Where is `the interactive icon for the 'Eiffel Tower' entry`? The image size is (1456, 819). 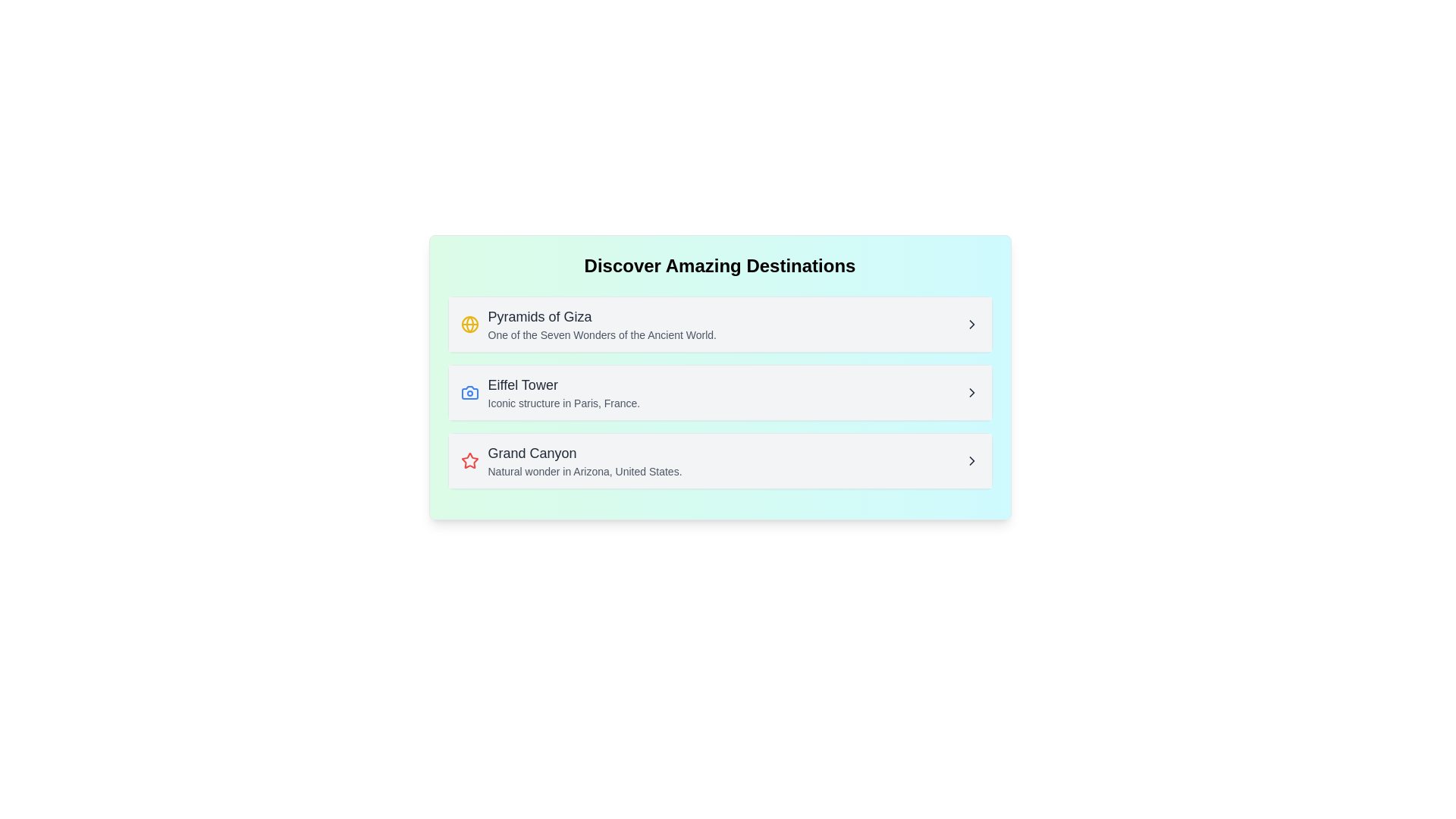
the interactive icon for the 'Eiffel Tower' entry is located at coordinates (971, 391).